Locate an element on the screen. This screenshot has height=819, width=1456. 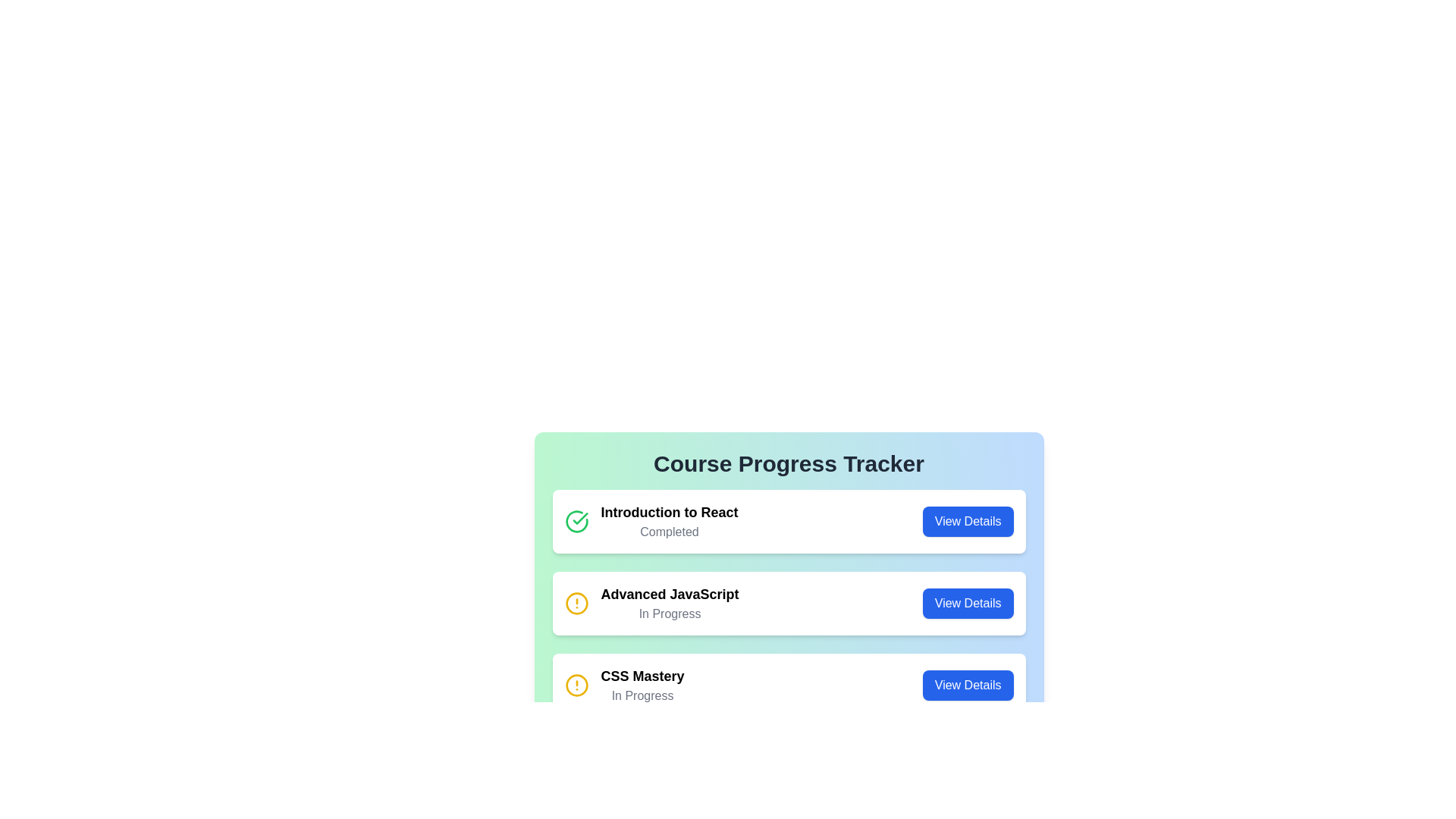
the title text for the course item 'Advanced JavaScript' located in the second item of the 'Course Progress Tracker' list, positioned above 'In Progress' and to the left of the 'View Details' button is located at coordinates (669, 593).